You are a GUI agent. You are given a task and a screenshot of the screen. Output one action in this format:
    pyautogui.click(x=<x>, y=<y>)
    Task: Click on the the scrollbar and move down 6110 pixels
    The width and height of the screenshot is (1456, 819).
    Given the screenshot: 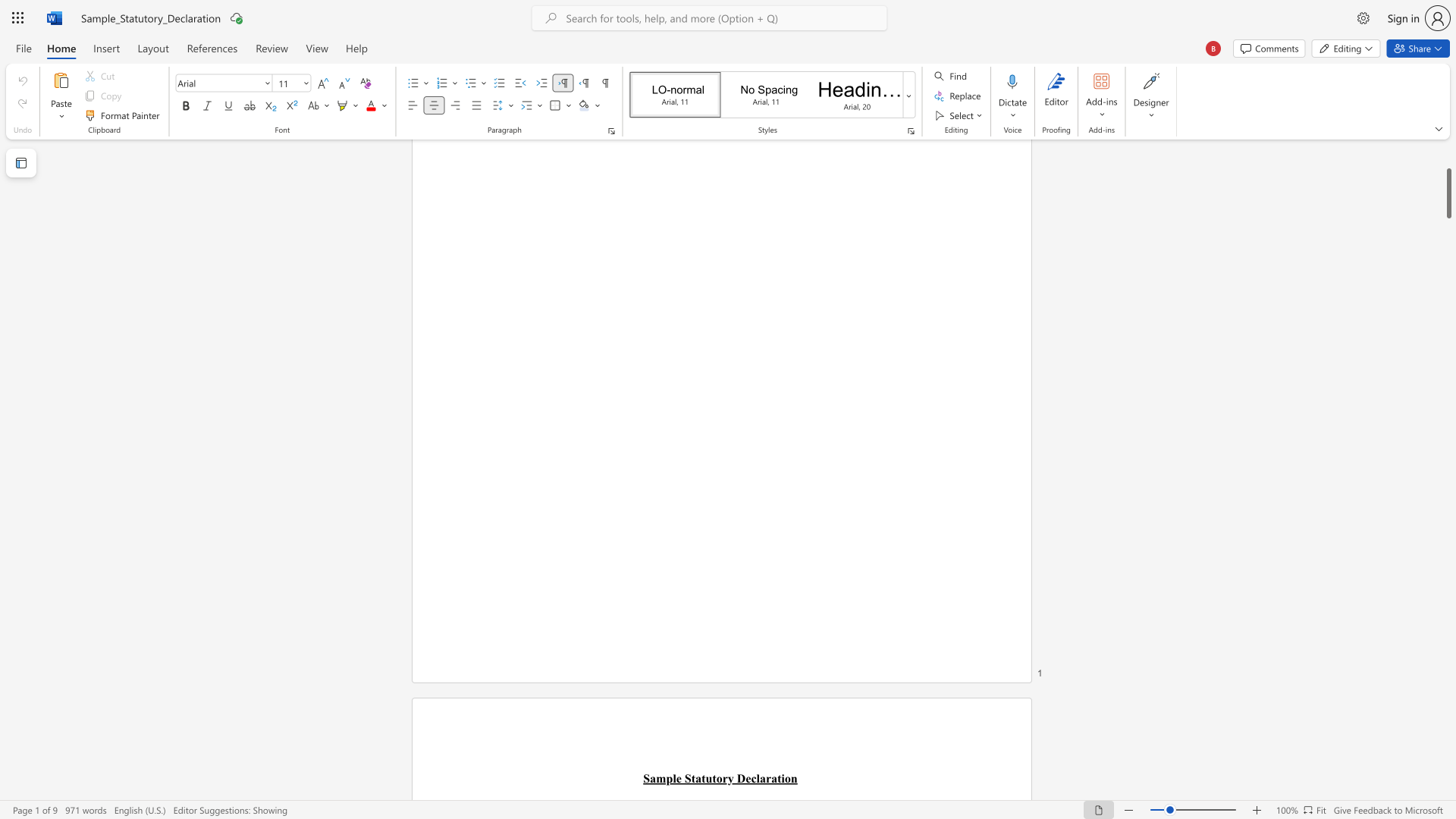 What is the action you would take?
    pyautogui.click(x=1448, y=193)
    